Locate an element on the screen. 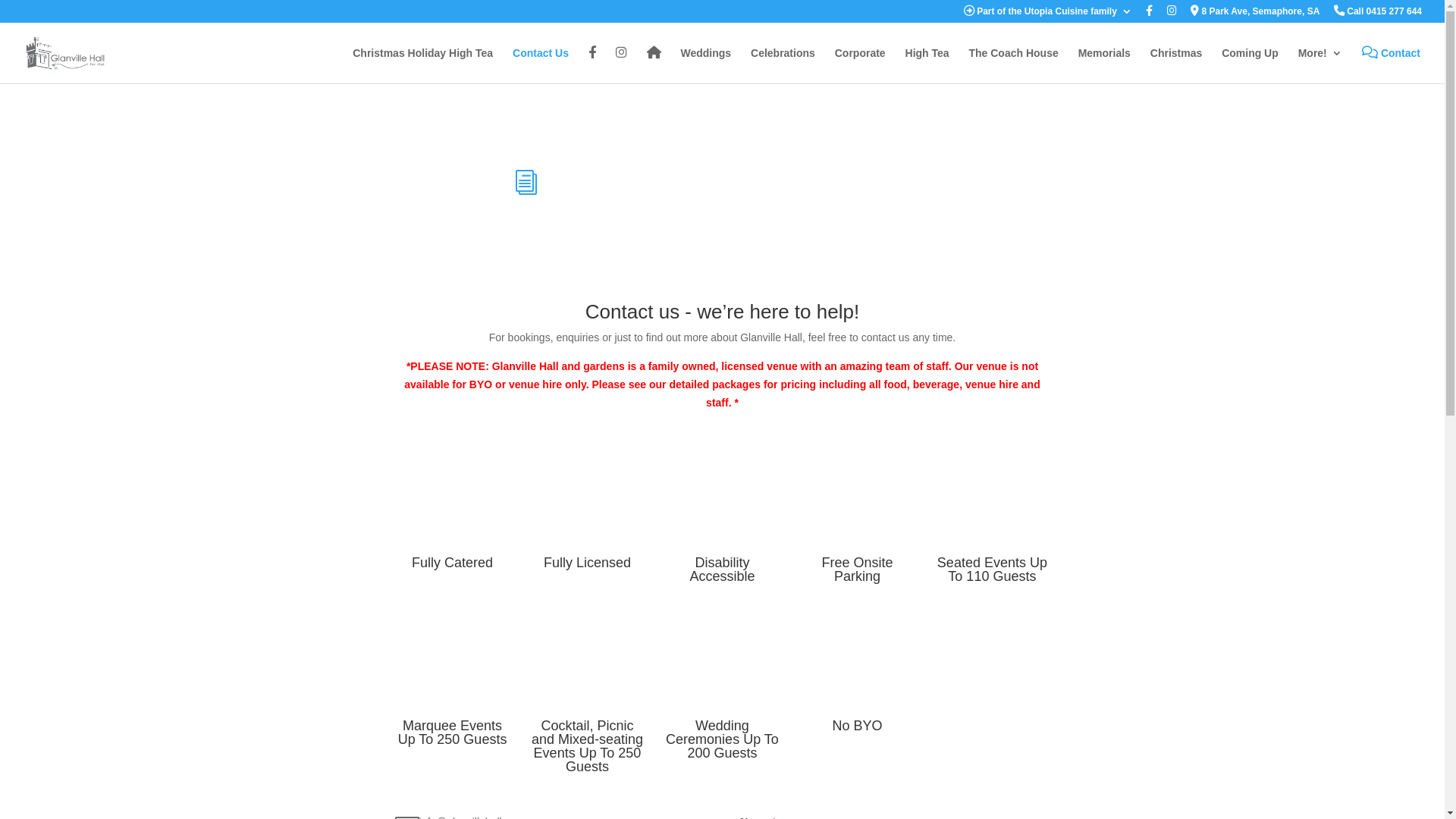 This screenshot has height=819, width=1456. 'Coming Up' is located at coordinates (1250, 64).